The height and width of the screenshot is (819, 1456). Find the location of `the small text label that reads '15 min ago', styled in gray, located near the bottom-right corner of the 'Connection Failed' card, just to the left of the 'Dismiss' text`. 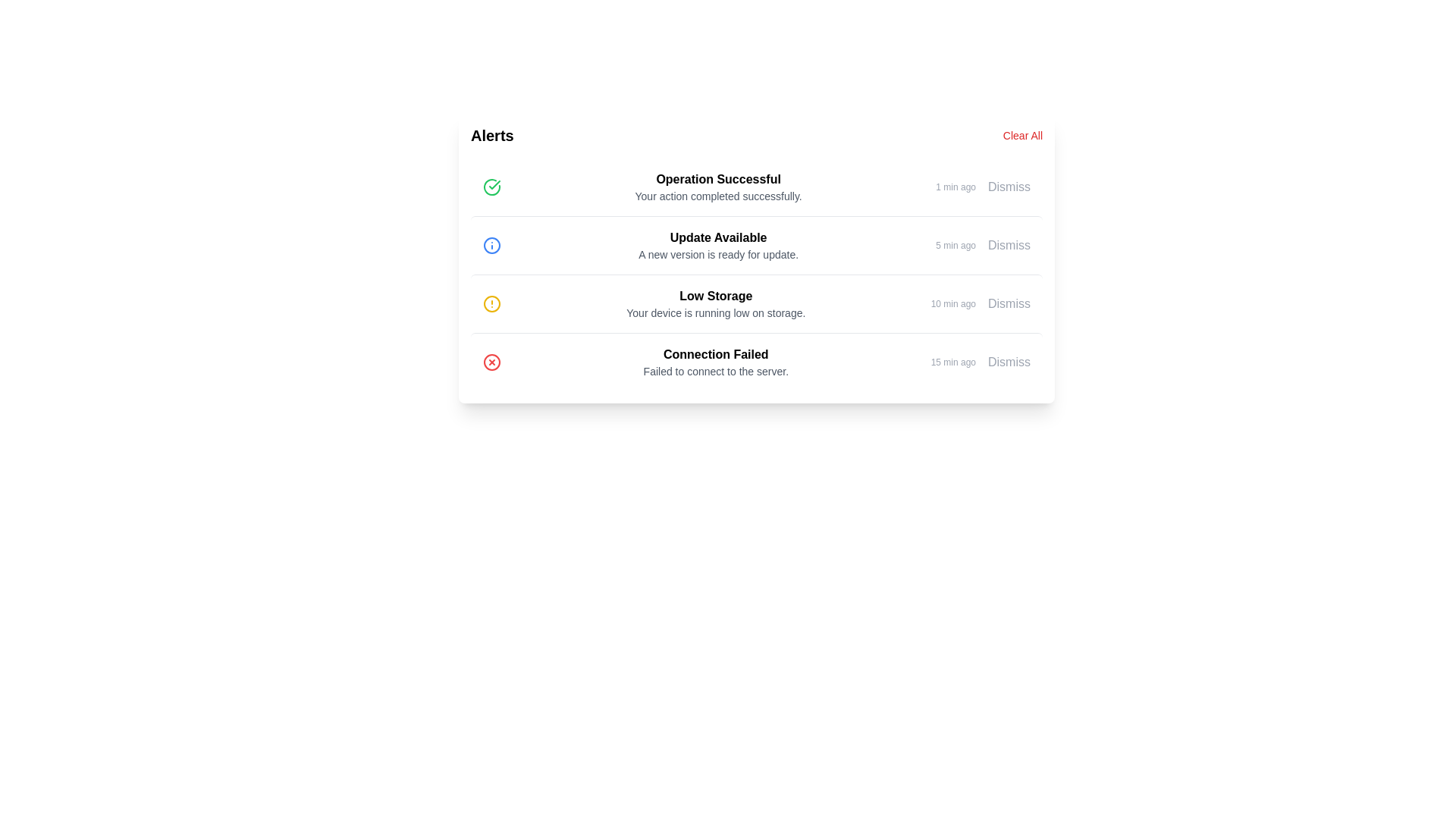

the small text label that reads '15 min ago', styled in gray, located near the bottom-right corner of the 'Connection Failed' card, just to the left of the 'Dismiss' text is located at coordinates (952, 362).